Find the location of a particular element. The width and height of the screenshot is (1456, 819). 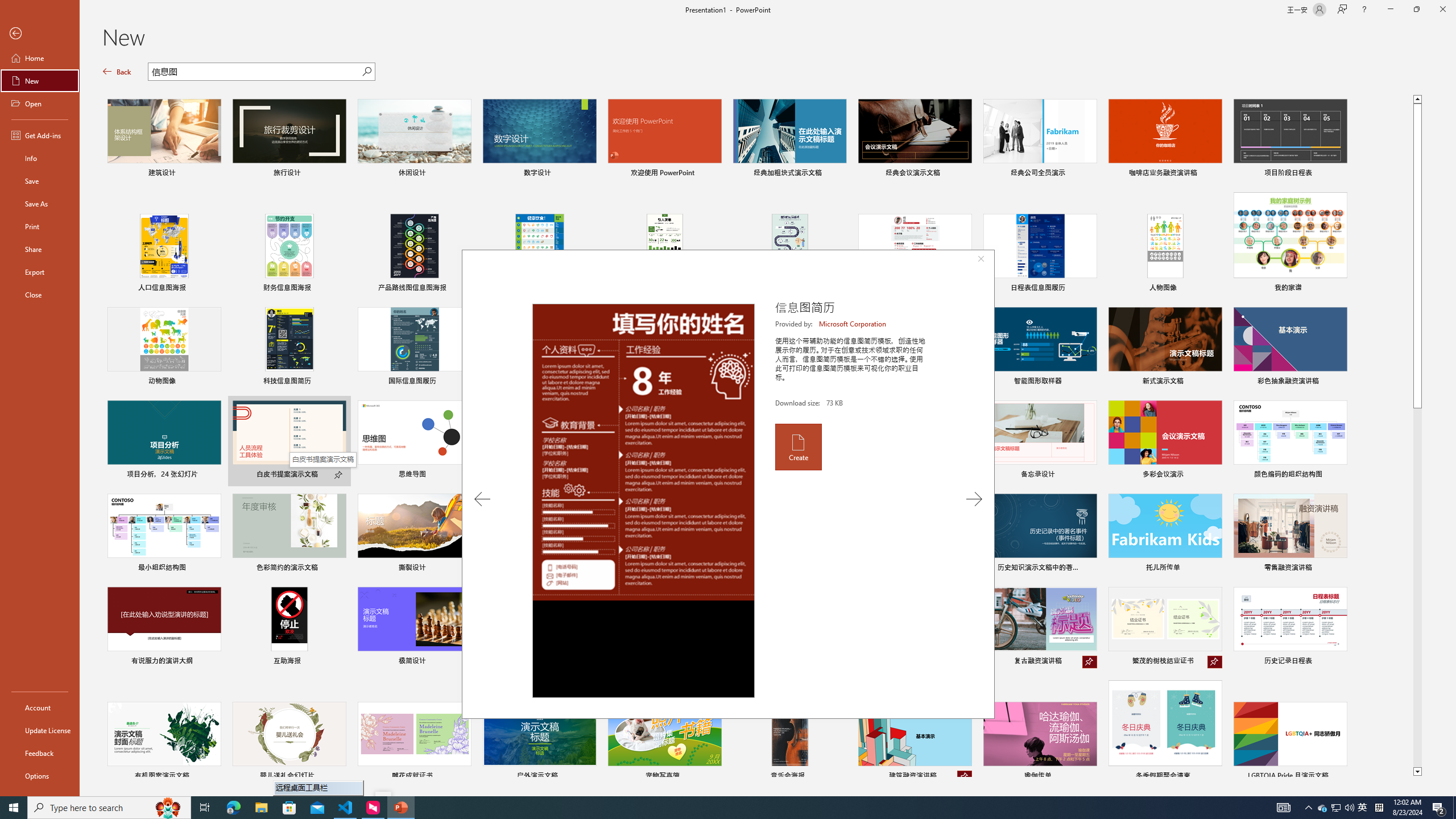

'Line down' is located at coordinates (1417, 771).